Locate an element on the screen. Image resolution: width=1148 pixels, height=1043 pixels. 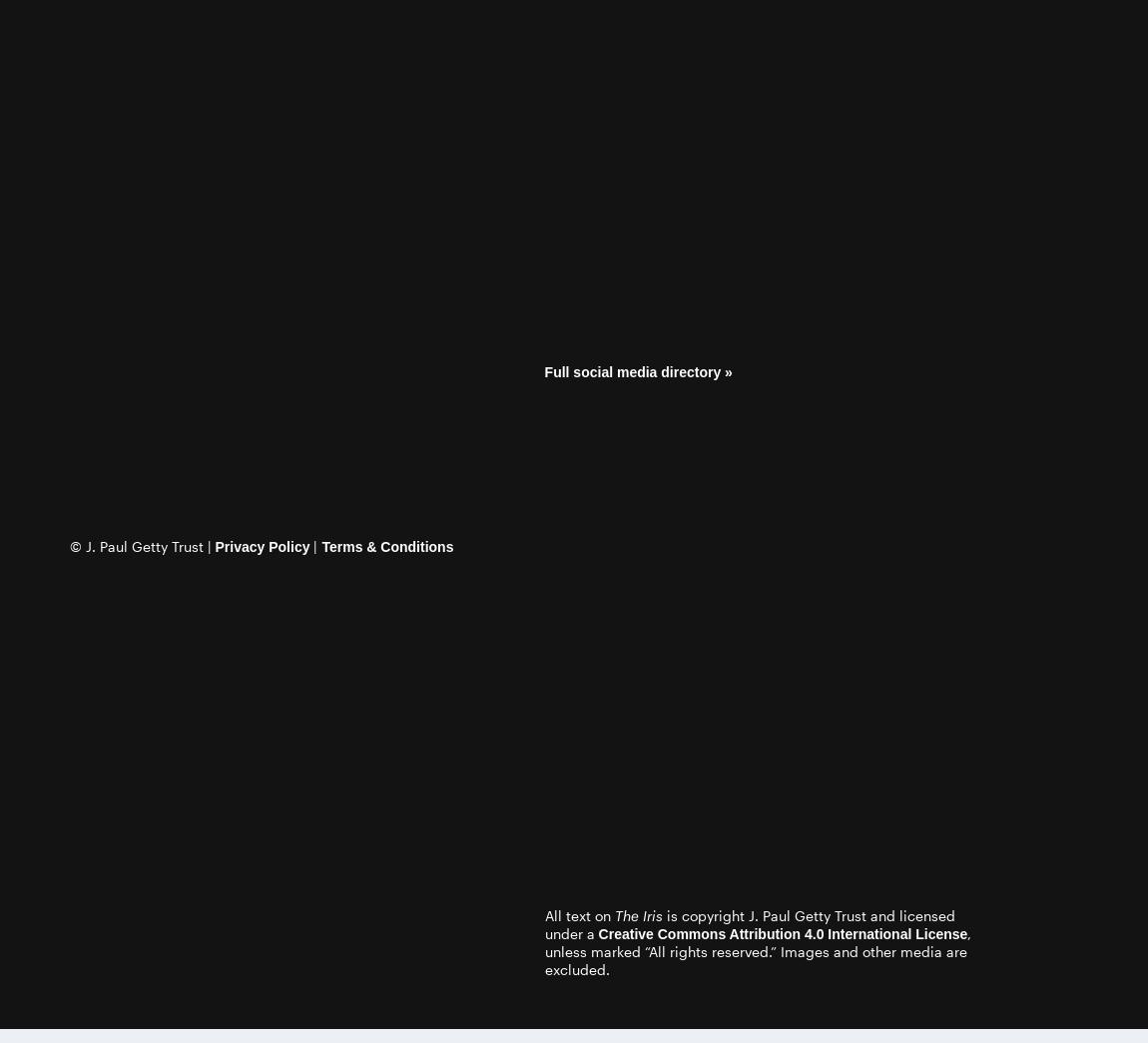
'is copyright J. Paul Getty Trust and licensed under a' is located at coordinates (748, 923).